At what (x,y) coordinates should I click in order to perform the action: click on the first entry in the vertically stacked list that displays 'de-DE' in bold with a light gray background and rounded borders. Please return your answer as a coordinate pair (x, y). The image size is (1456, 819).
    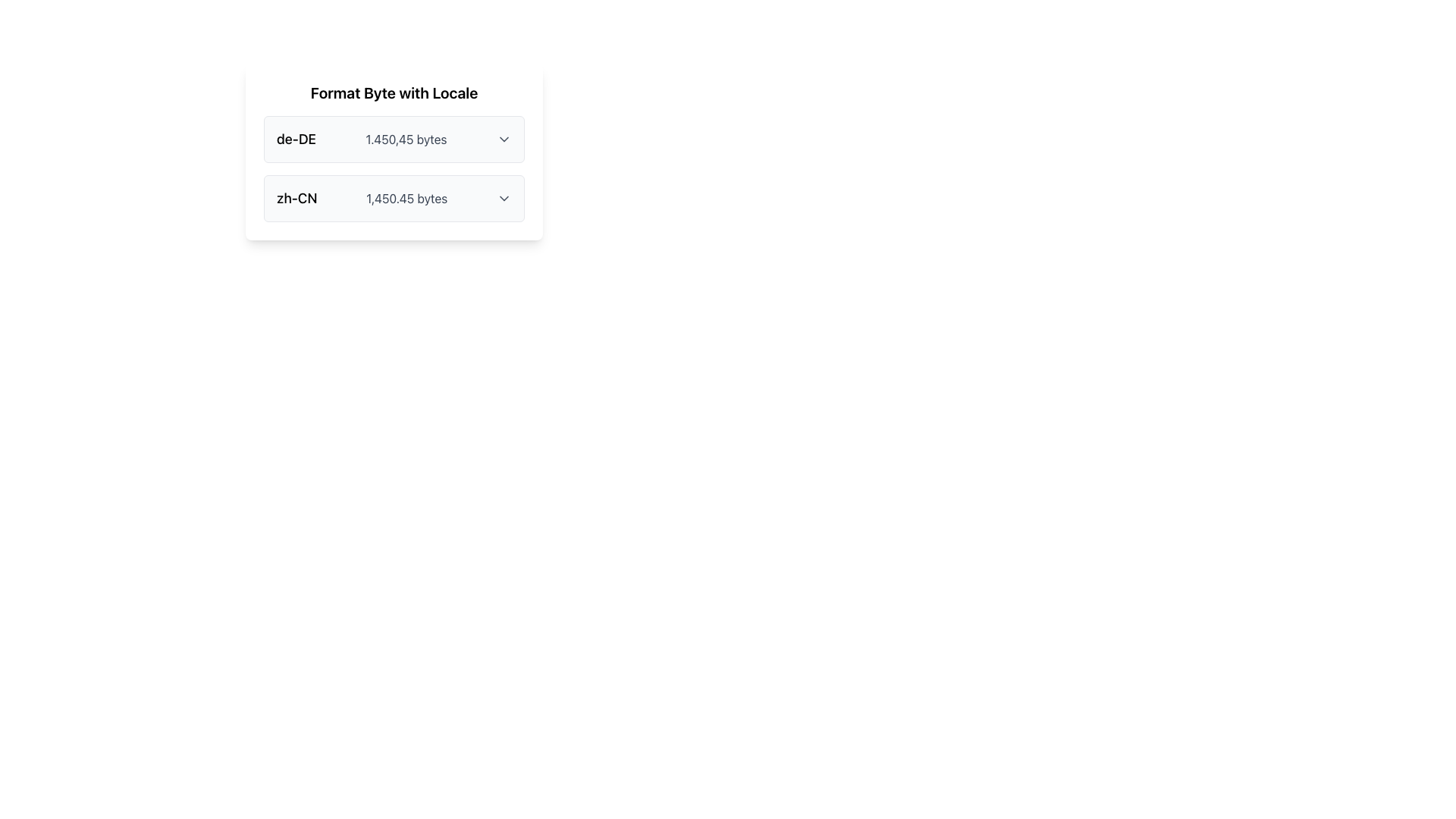
    Looking at the image, I should click on (394, 140).